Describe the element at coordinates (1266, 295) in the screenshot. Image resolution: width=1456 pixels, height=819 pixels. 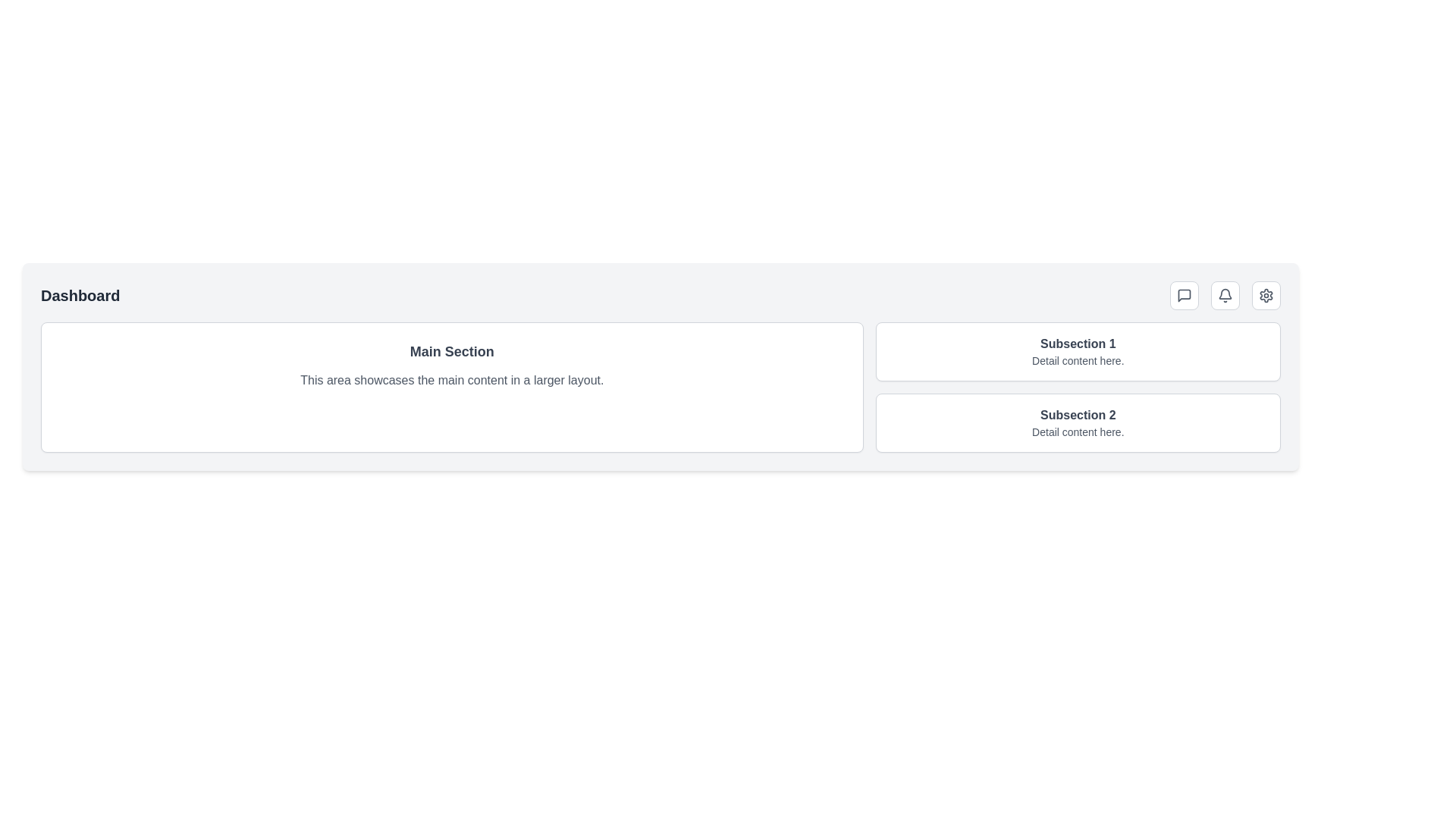
I see `the settings icon` at that location.